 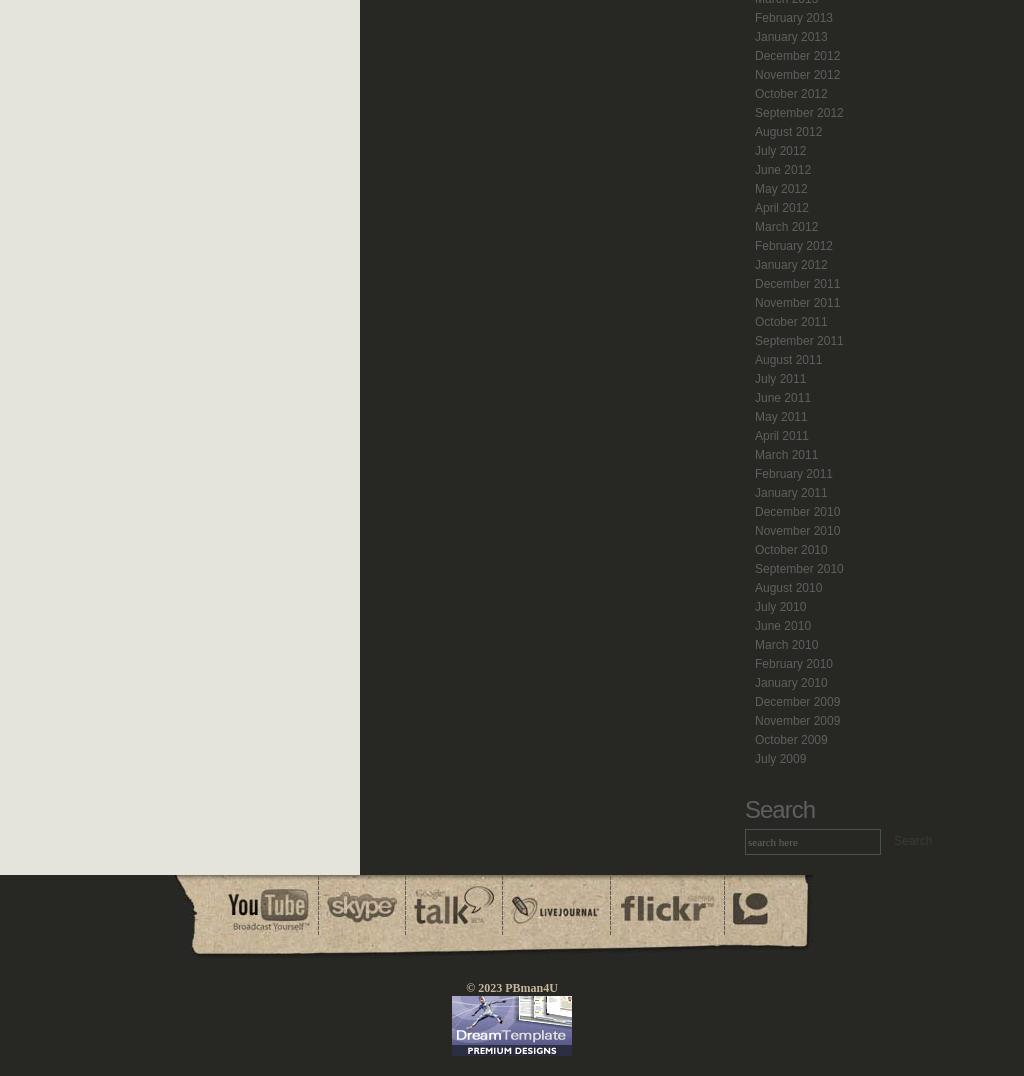 What do you see at coordinates (753, 302) in the screenshot?
I see `'November 2011'` at bounding box center [753, 302].